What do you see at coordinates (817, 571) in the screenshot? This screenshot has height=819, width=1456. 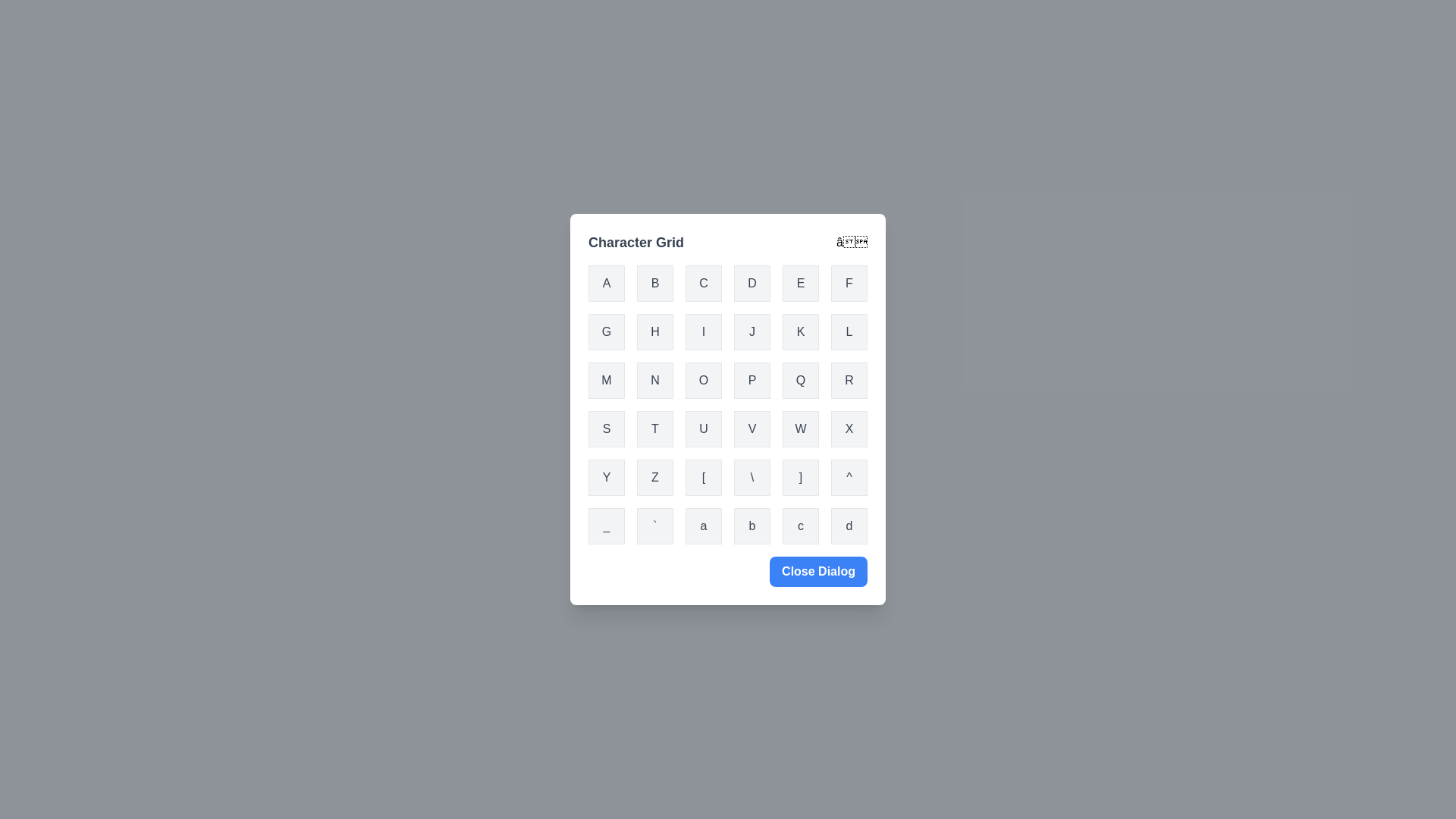 I see `'Close Dialog' button to close the dialog` at bounding box center [817, 571].